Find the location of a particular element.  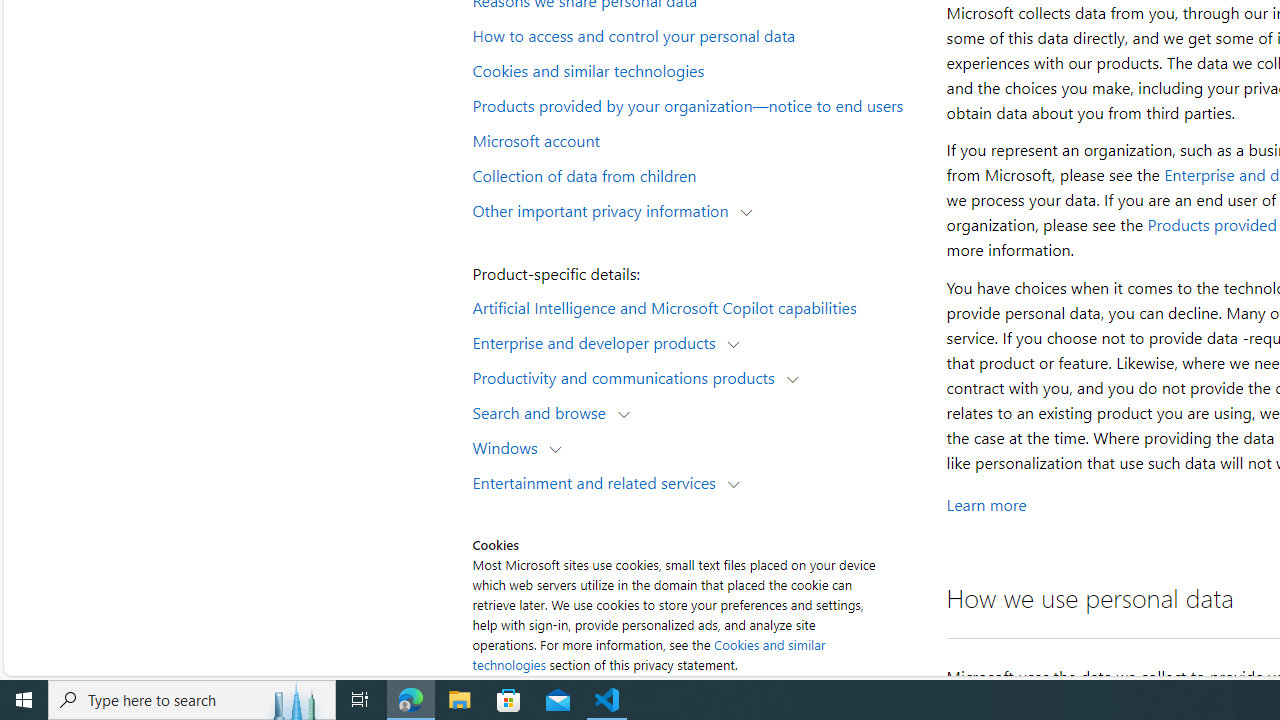

'How to access and control your personal data' is located at coordinates (696, 35).